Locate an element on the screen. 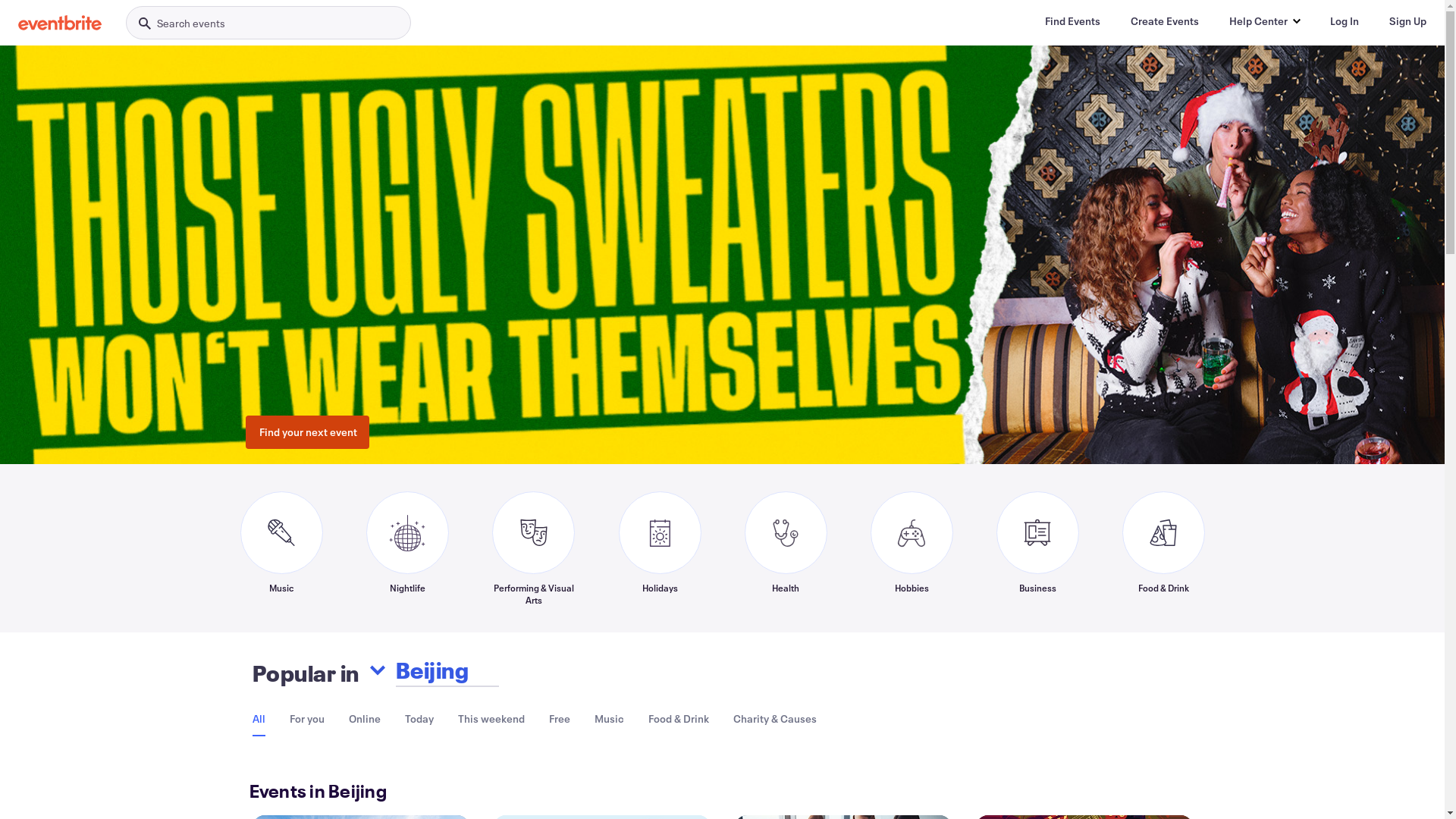 This screenshot has height=819, width=1456. 'For you' is located at coordinates (306, 717).